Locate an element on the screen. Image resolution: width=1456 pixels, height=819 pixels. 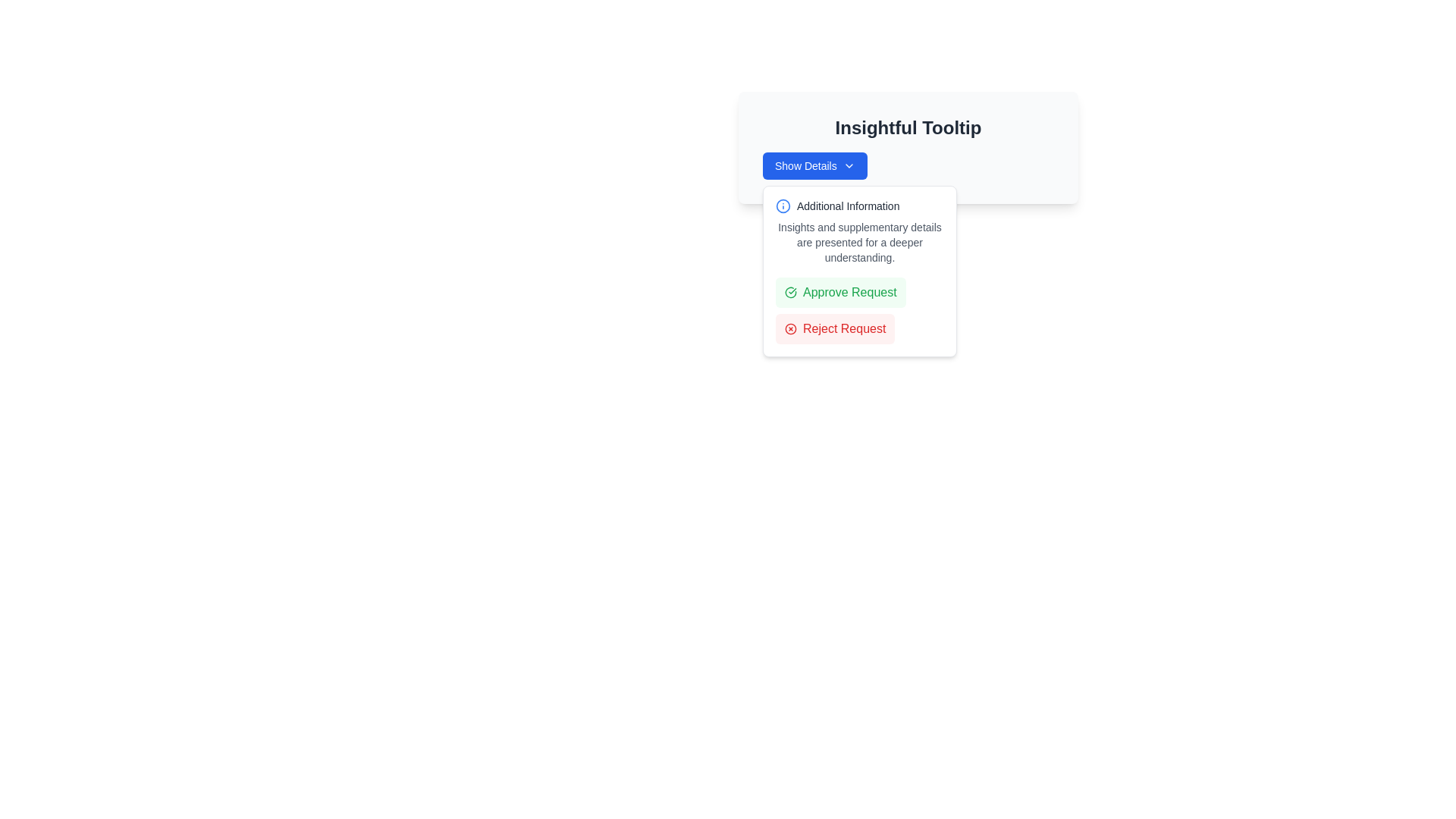
the informational panel located directly below the 'Show Details' button is located at coordinates (859, 271).